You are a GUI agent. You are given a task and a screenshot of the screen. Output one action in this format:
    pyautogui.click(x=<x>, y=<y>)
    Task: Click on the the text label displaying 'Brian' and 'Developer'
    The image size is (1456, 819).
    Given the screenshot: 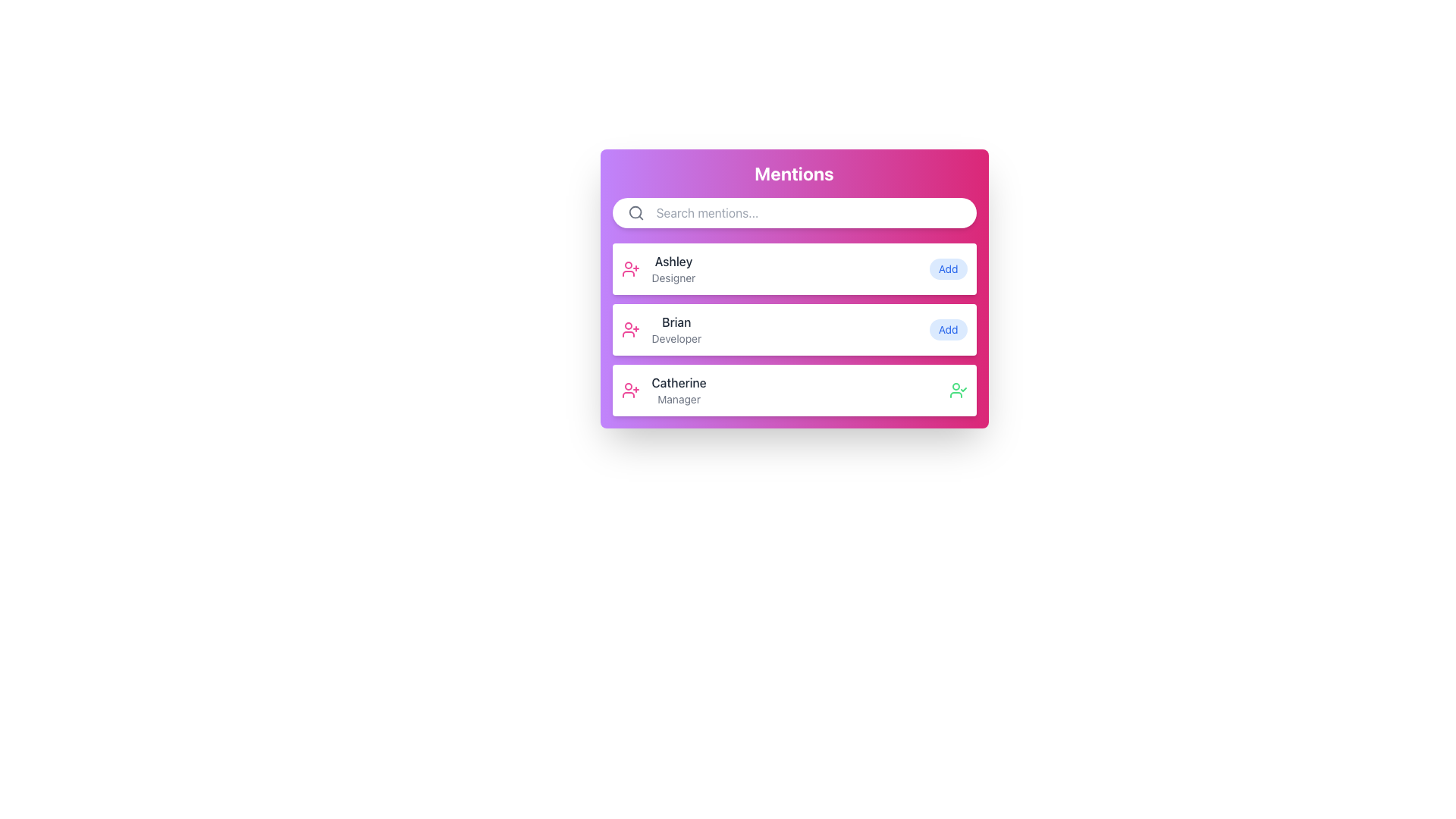 What is the action you would take?
    pyautogui.click(x=676, y=329)
    